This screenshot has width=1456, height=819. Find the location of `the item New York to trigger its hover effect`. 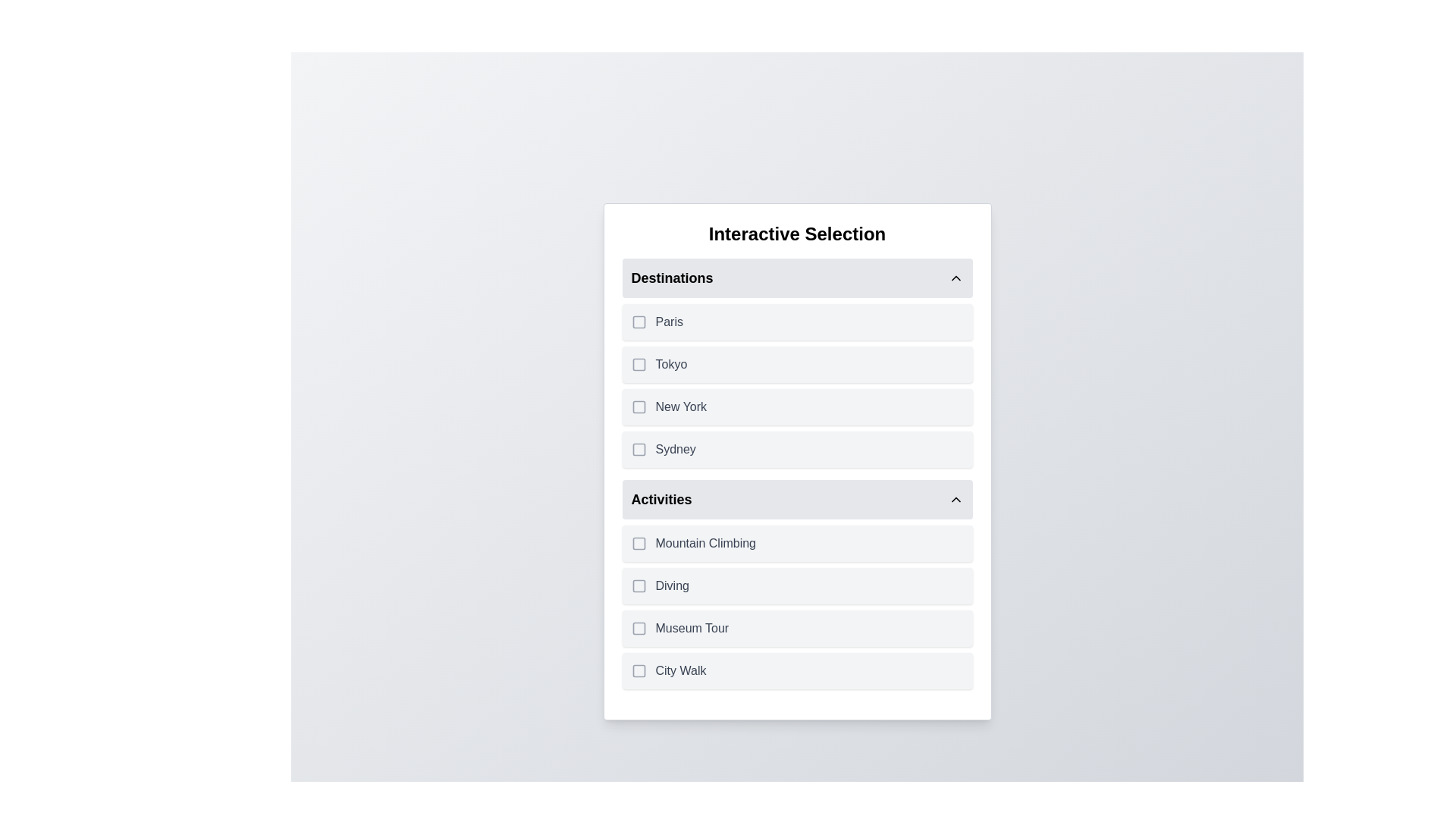

the item New York to trigger its hover effect is located at coordinates (796, 406).